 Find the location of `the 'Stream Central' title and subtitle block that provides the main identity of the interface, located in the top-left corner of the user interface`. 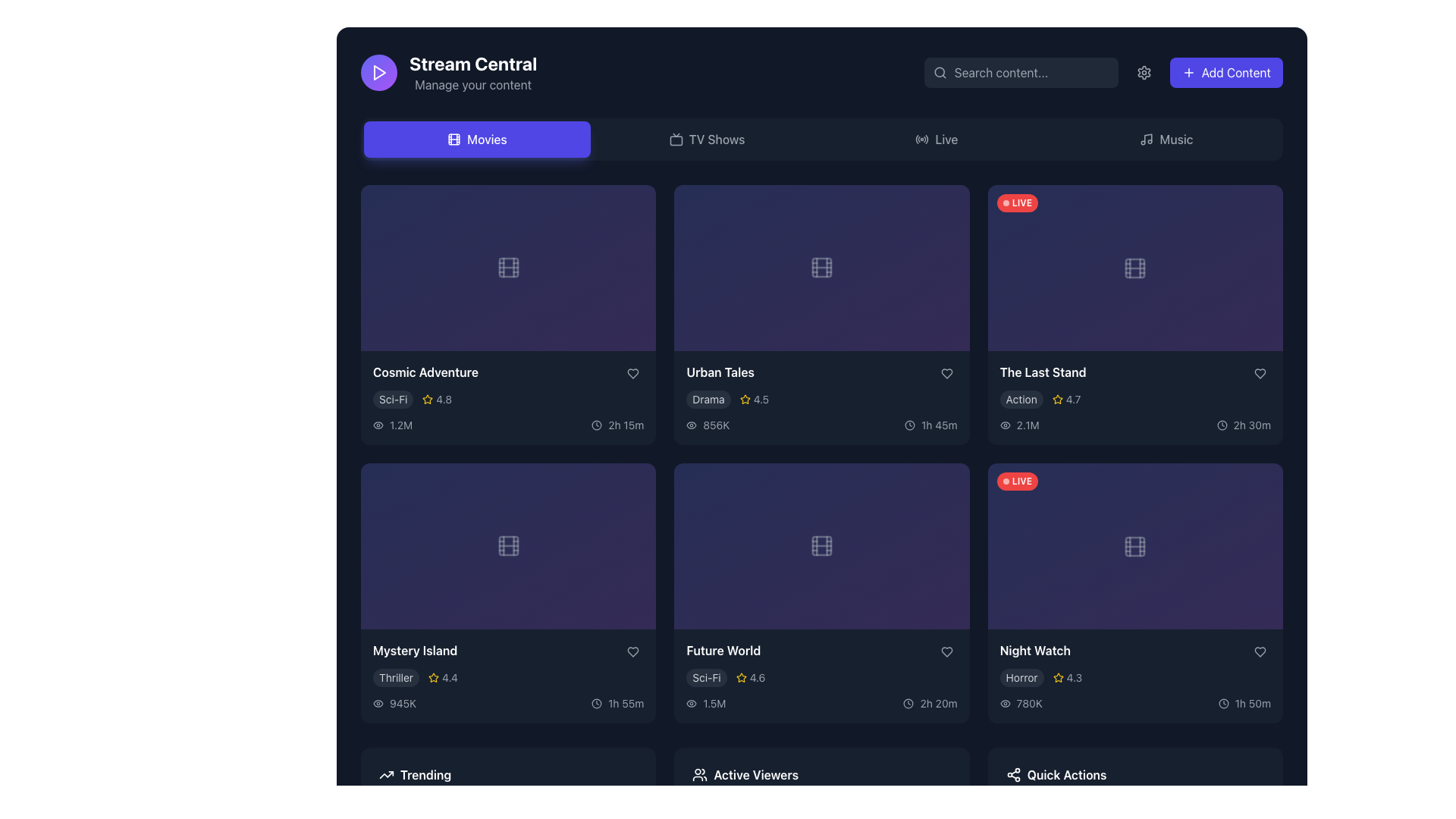

the 'Stream Central' title and subtitle block that provides the main identity of the interface, located in the top-left corner of the user interface is located at coordinates (472, 73).